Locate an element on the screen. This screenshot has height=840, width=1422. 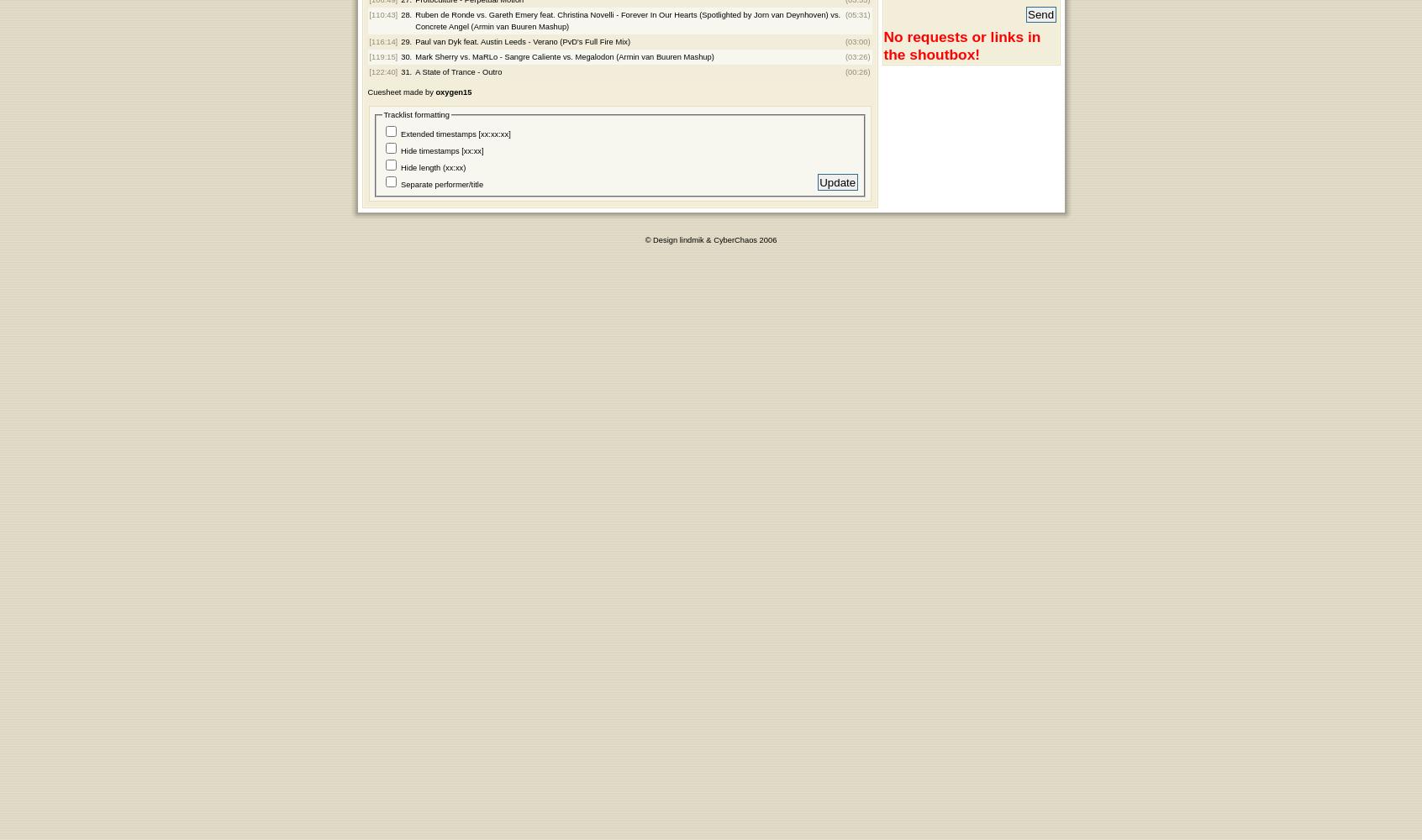
'Extended timestamps [xx:xx:xx]' is located at coordinates (399, 134).